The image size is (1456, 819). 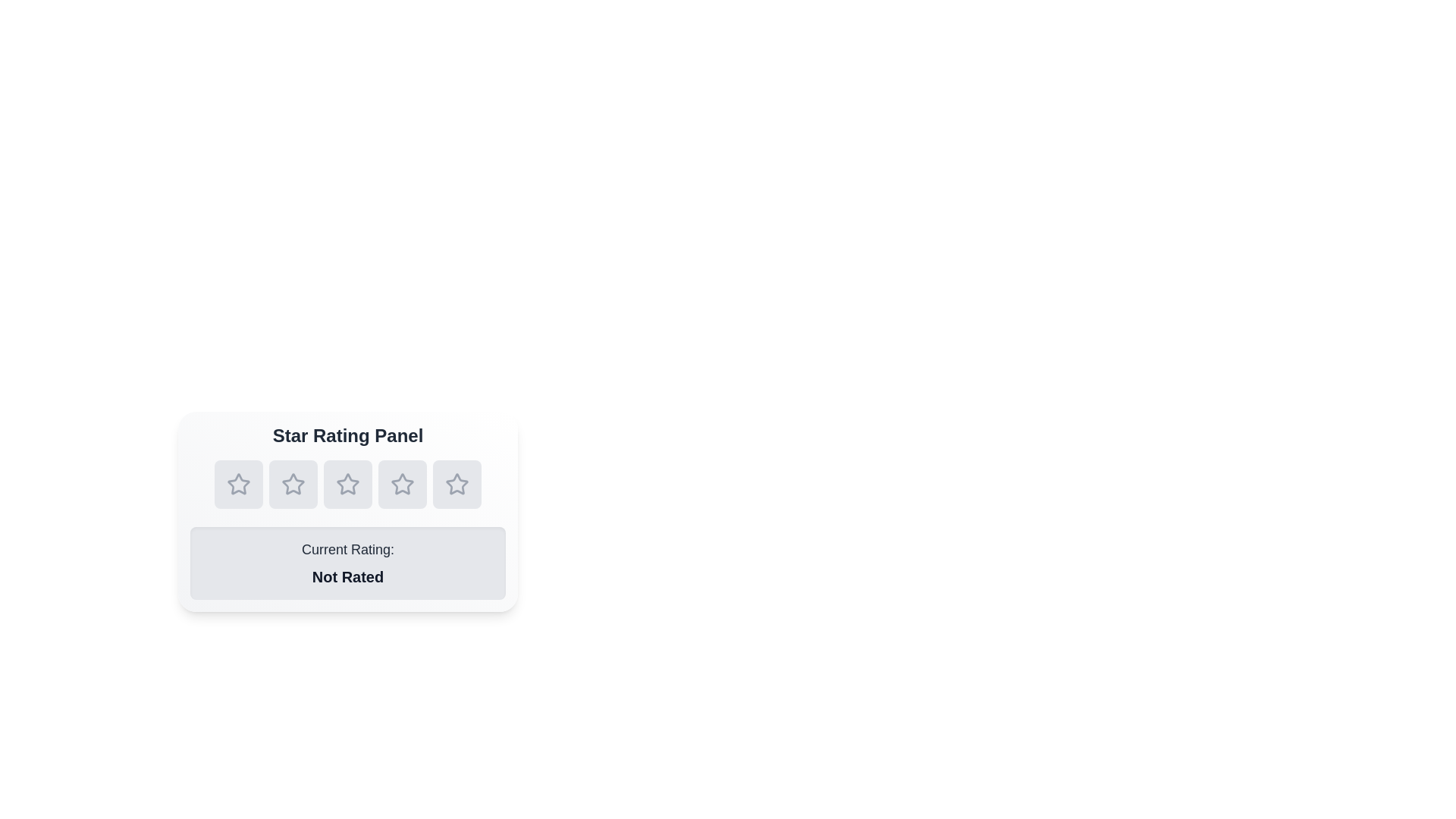 What do you see at coordinates (347, 485) in the screenshot?
I see `the third interactive star icon from the left in the rating system` at bounding box center [347, 485].